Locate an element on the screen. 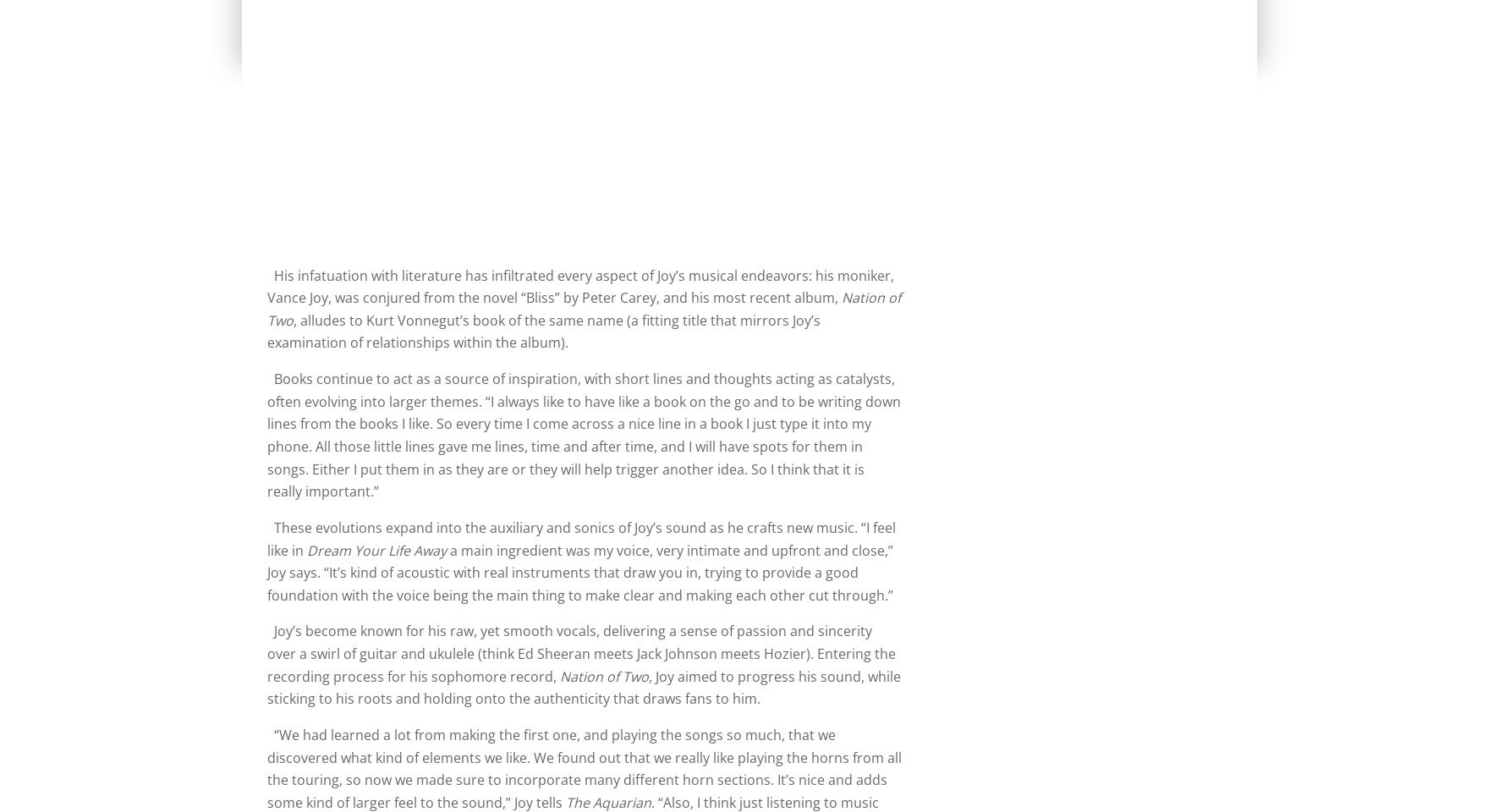  'The Aquarian' is located at coordinates (607, 802).